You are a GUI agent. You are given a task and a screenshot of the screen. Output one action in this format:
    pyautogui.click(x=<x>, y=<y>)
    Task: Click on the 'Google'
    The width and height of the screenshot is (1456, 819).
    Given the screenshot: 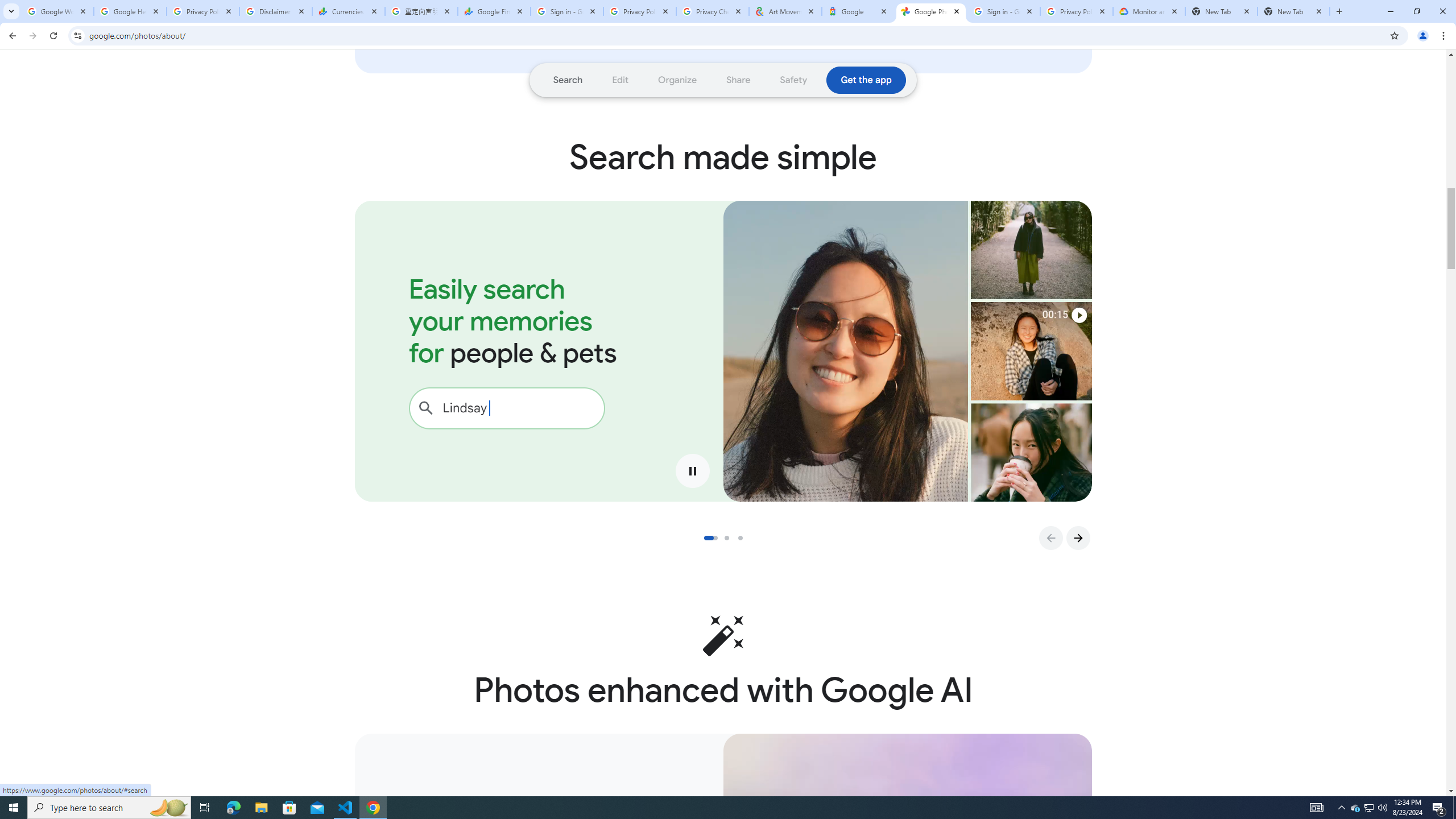 What is the action you would take?
    pyautogui.click(x=858, y=11)
    